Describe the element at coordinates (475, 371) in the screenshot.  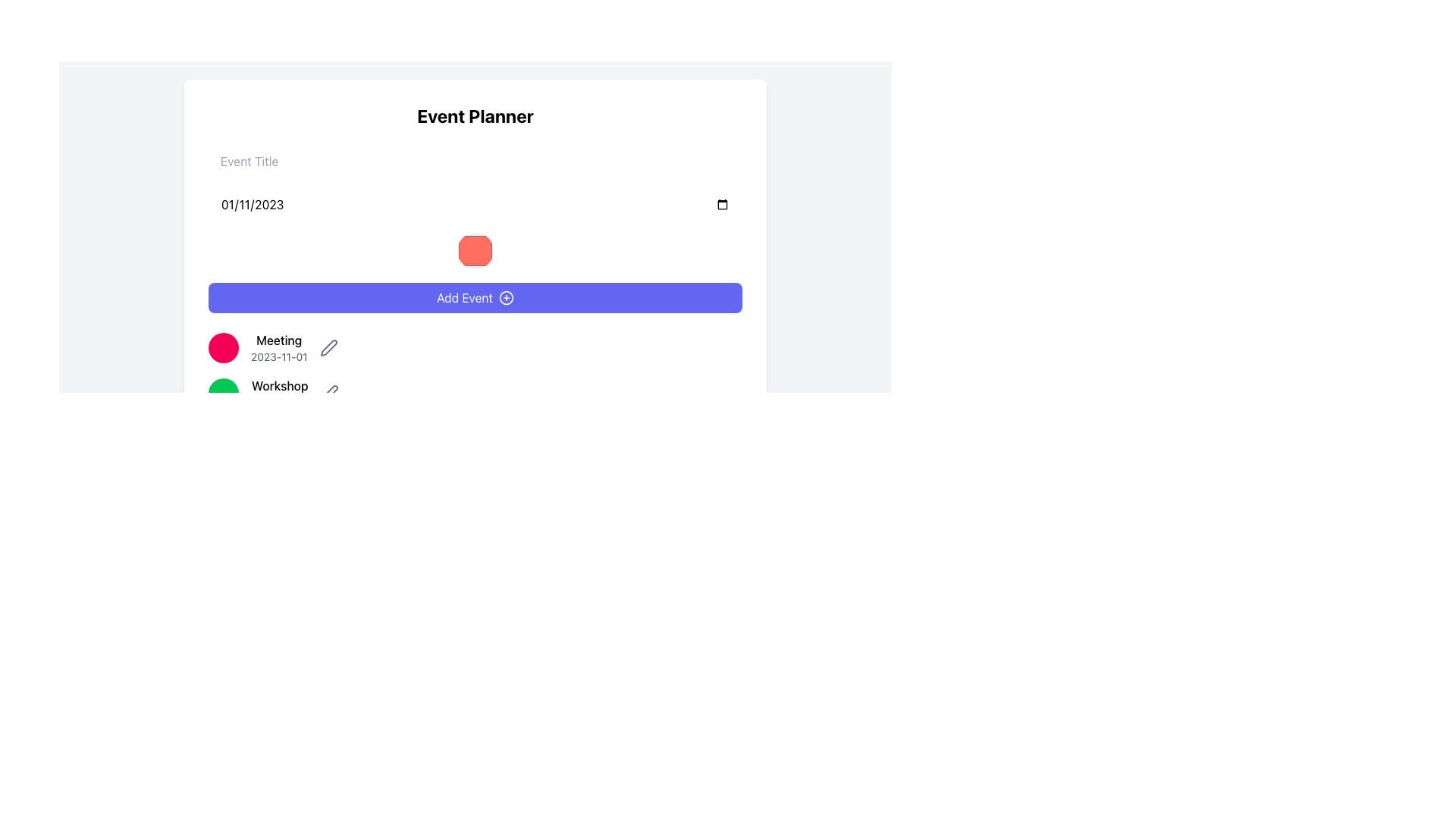
I see `the scheduled events list` at that location.